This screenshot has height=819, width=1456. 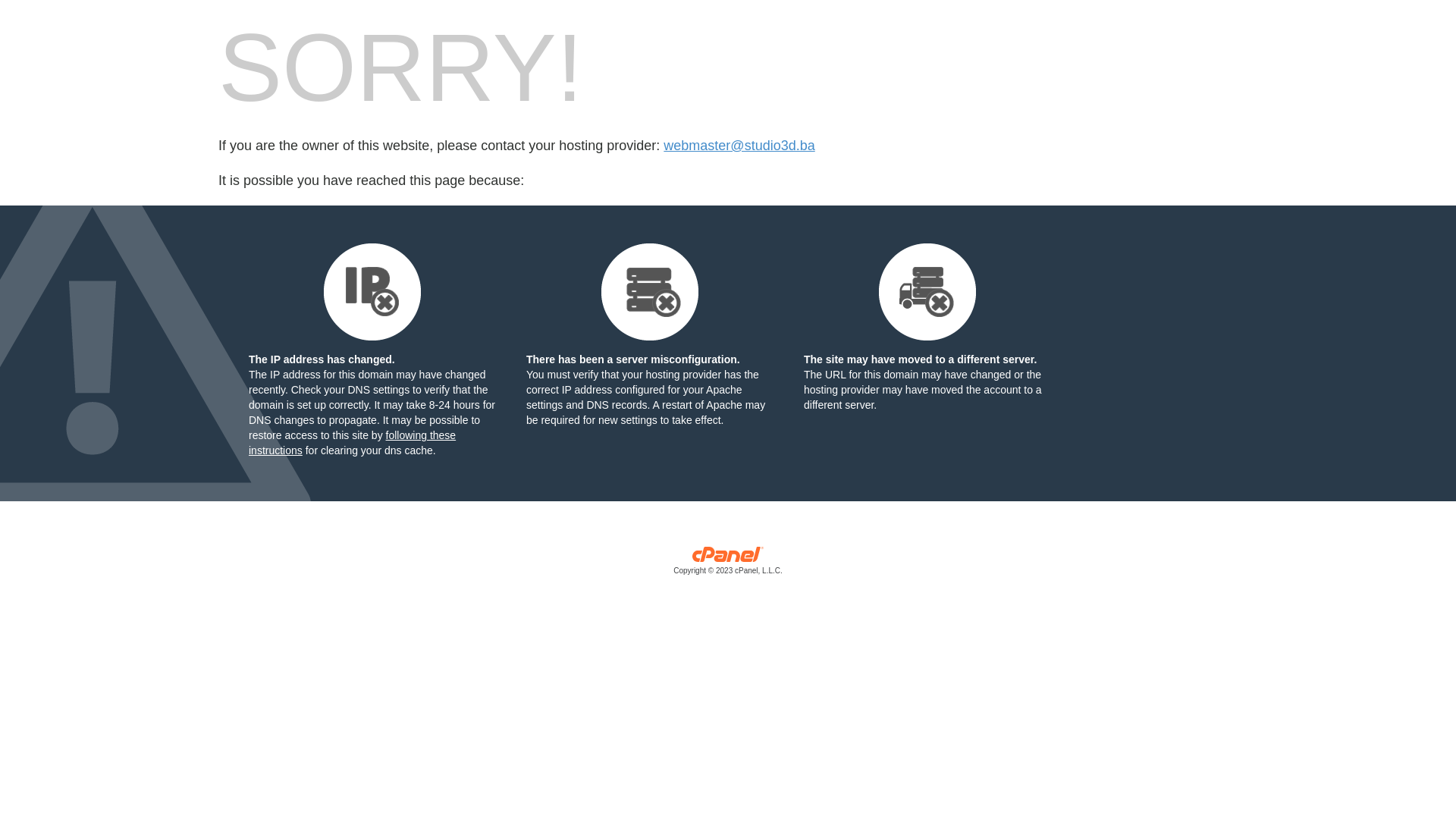 What do you see at coordinates (351, 442) in the screenshot?
I see `'following these instructions'` at bounding box center [351, 442].